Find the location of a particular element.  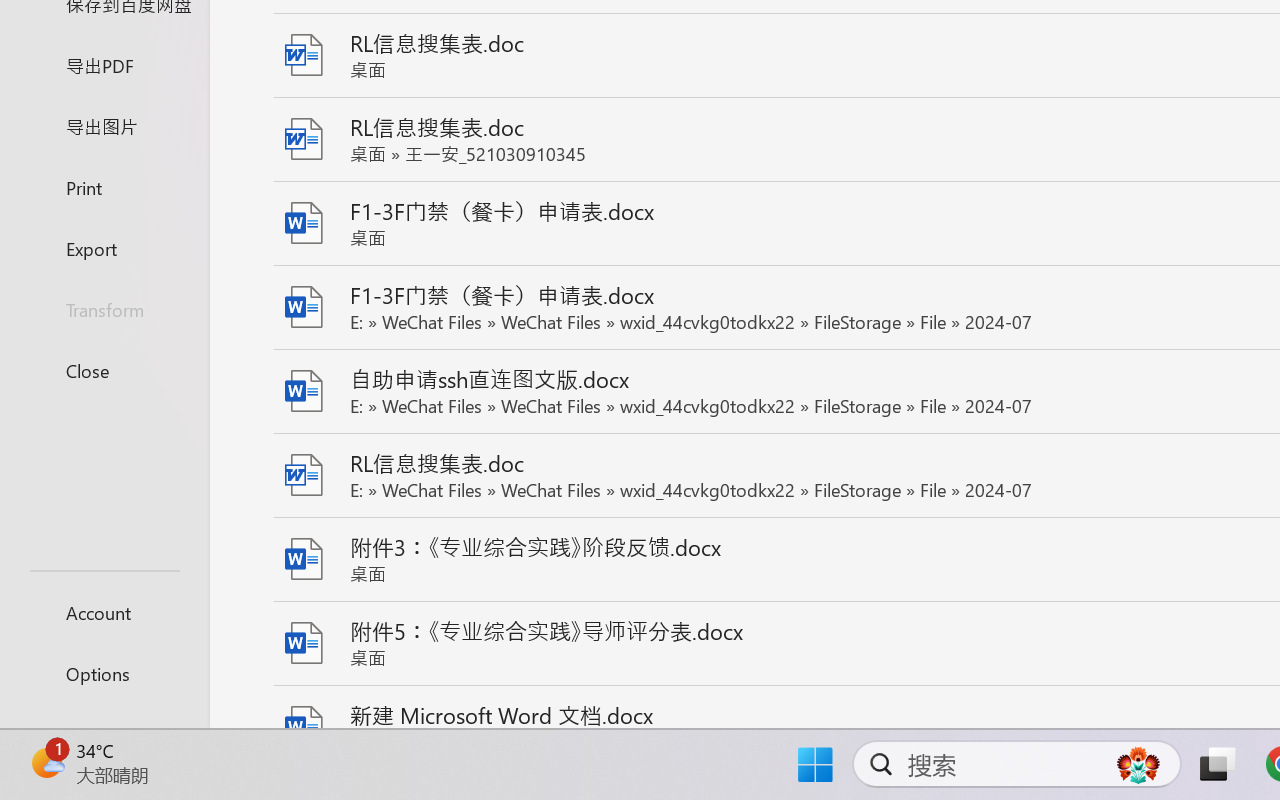

'Transform' is located at coordinates (103, 308).